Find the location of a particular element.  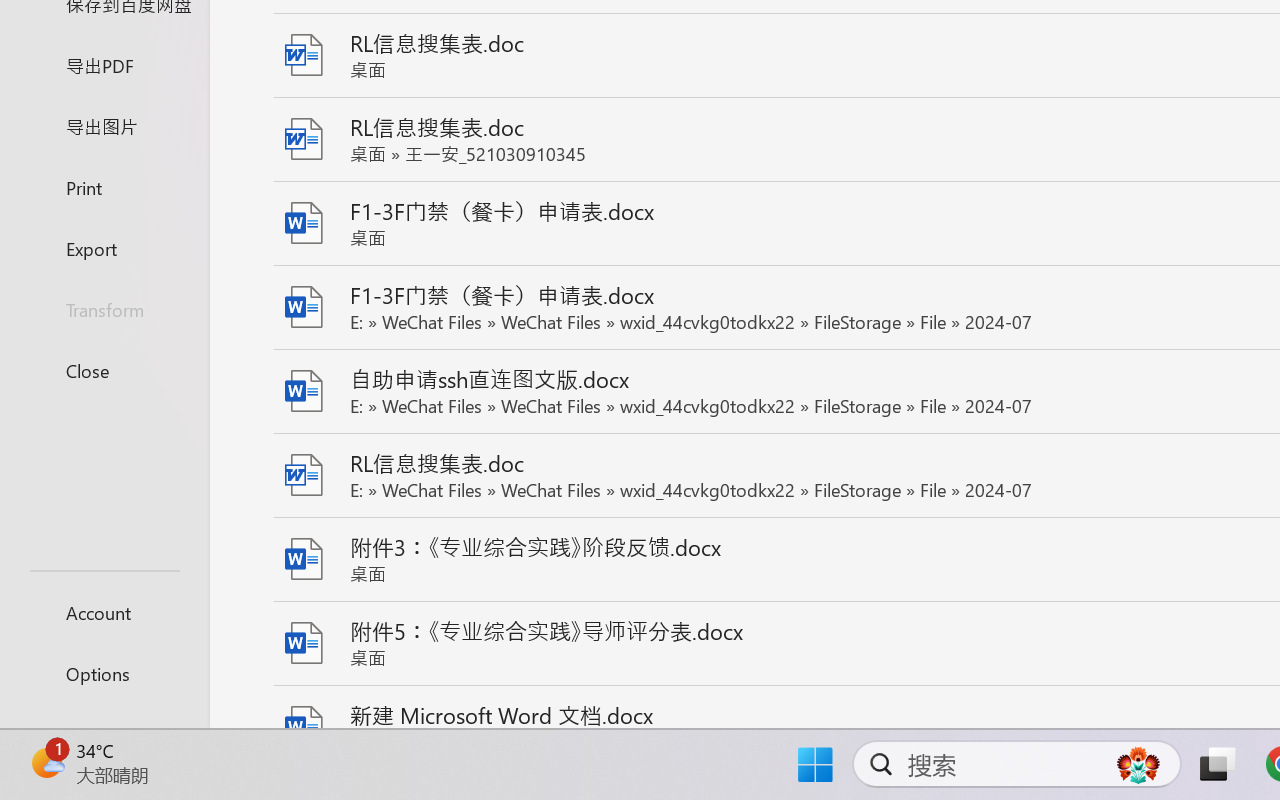

'Transform' is located at coordinates (103, 308).